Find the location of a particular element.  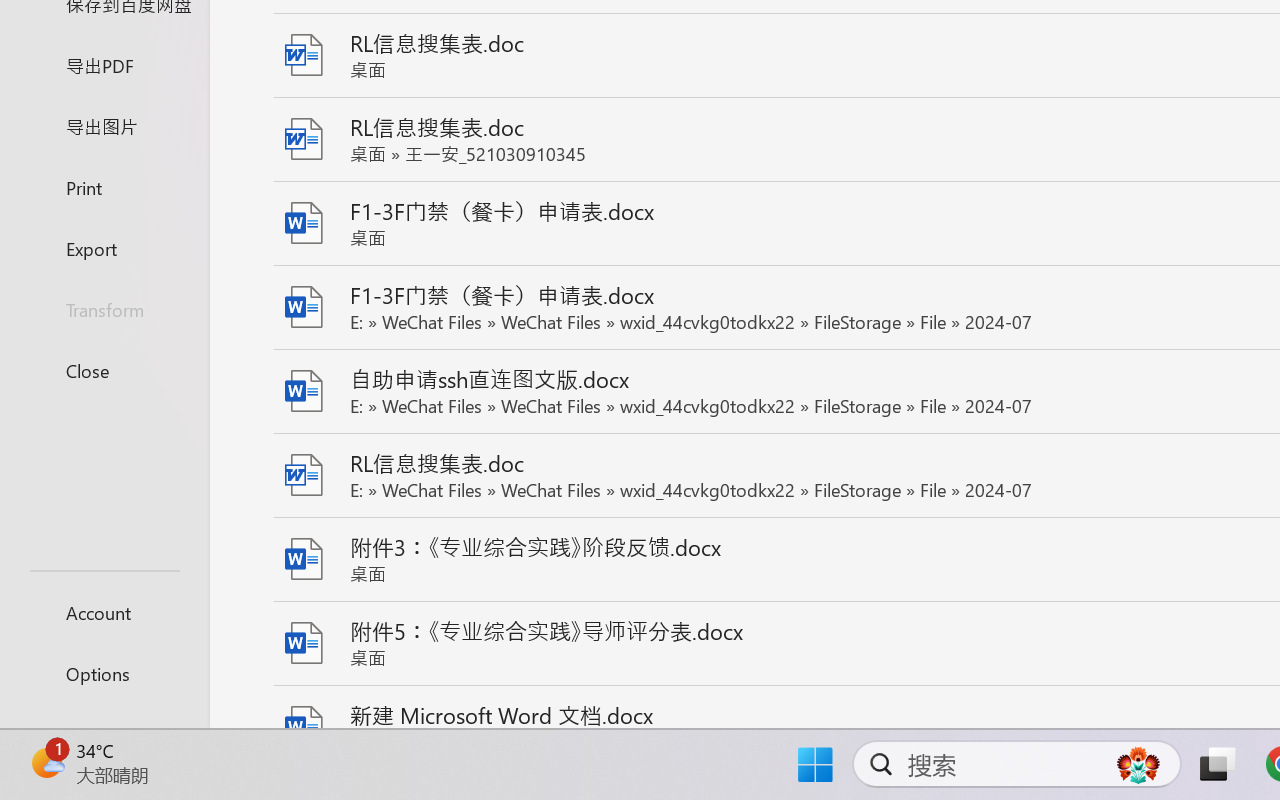

'Transform' is located at coordinates (103, 308).